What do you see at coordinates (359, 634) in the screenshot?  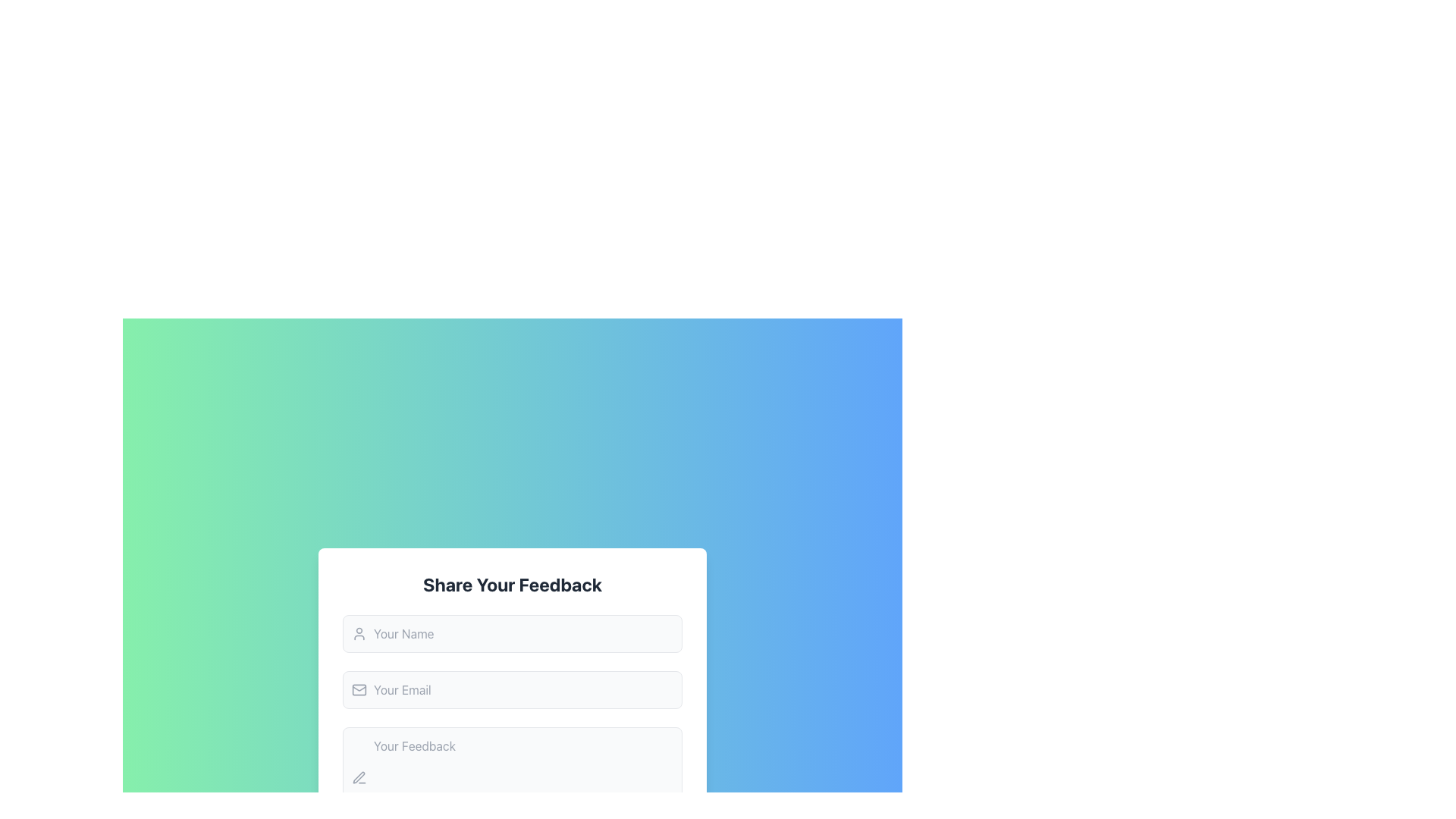 I see `the user identification icon located to the left of the text input field labeled 'Your Name', which visually reinforces the purpose of the input` at bounding box center [359, 634].